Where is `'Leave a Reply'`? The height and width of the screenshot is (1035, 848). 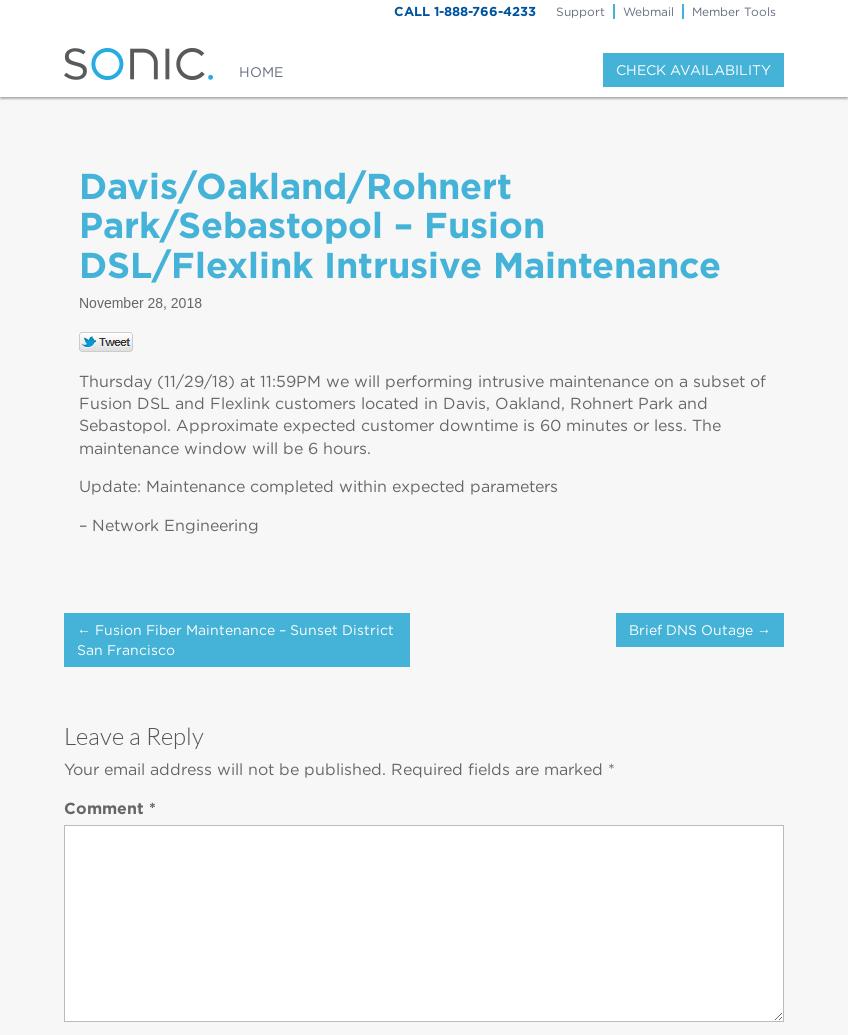 'Leave a Reply' is located at coordinates (132, 733).